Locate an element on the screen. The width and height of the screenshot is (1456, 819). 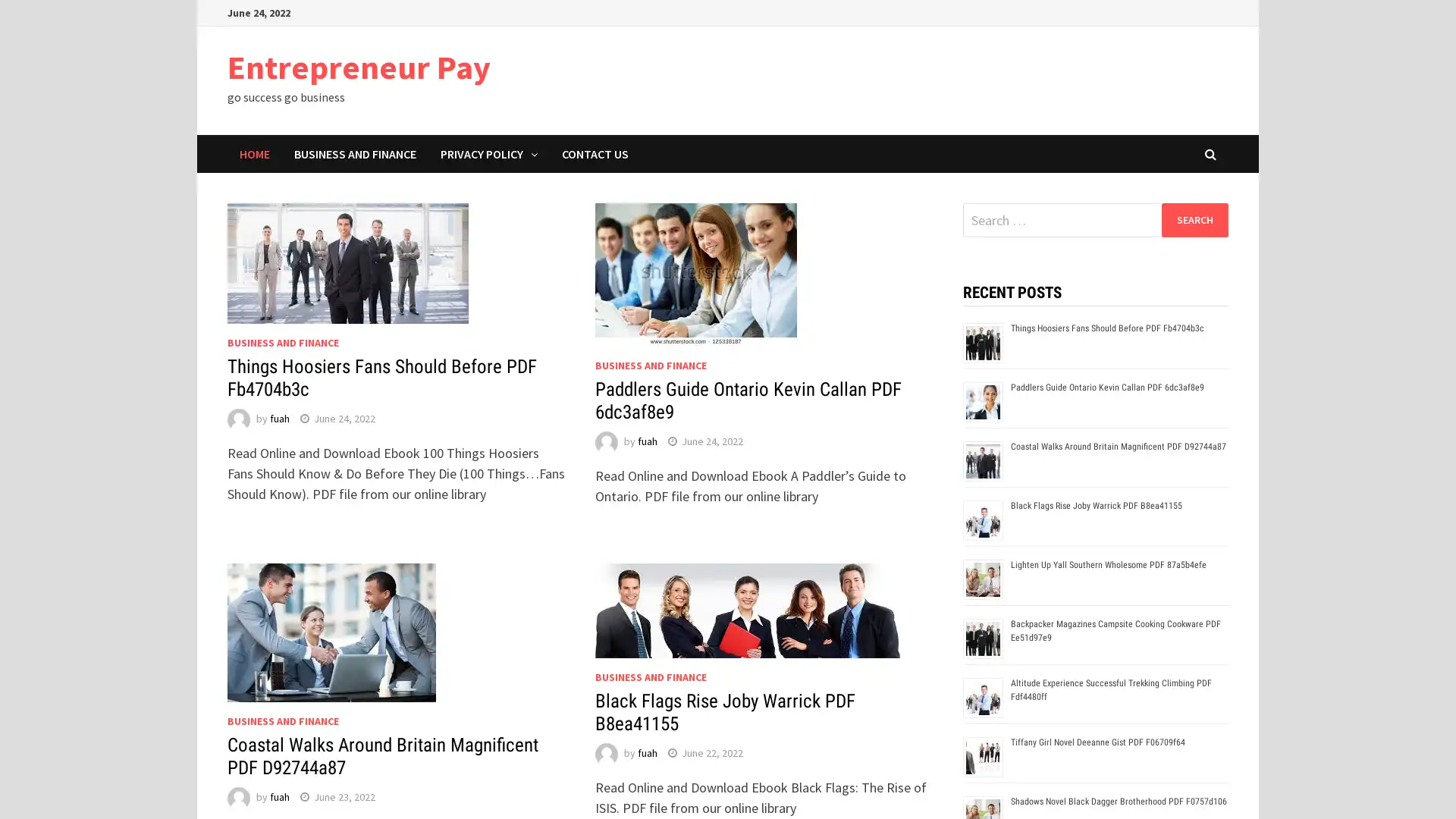
Search is located at coordinates (1194, 219).